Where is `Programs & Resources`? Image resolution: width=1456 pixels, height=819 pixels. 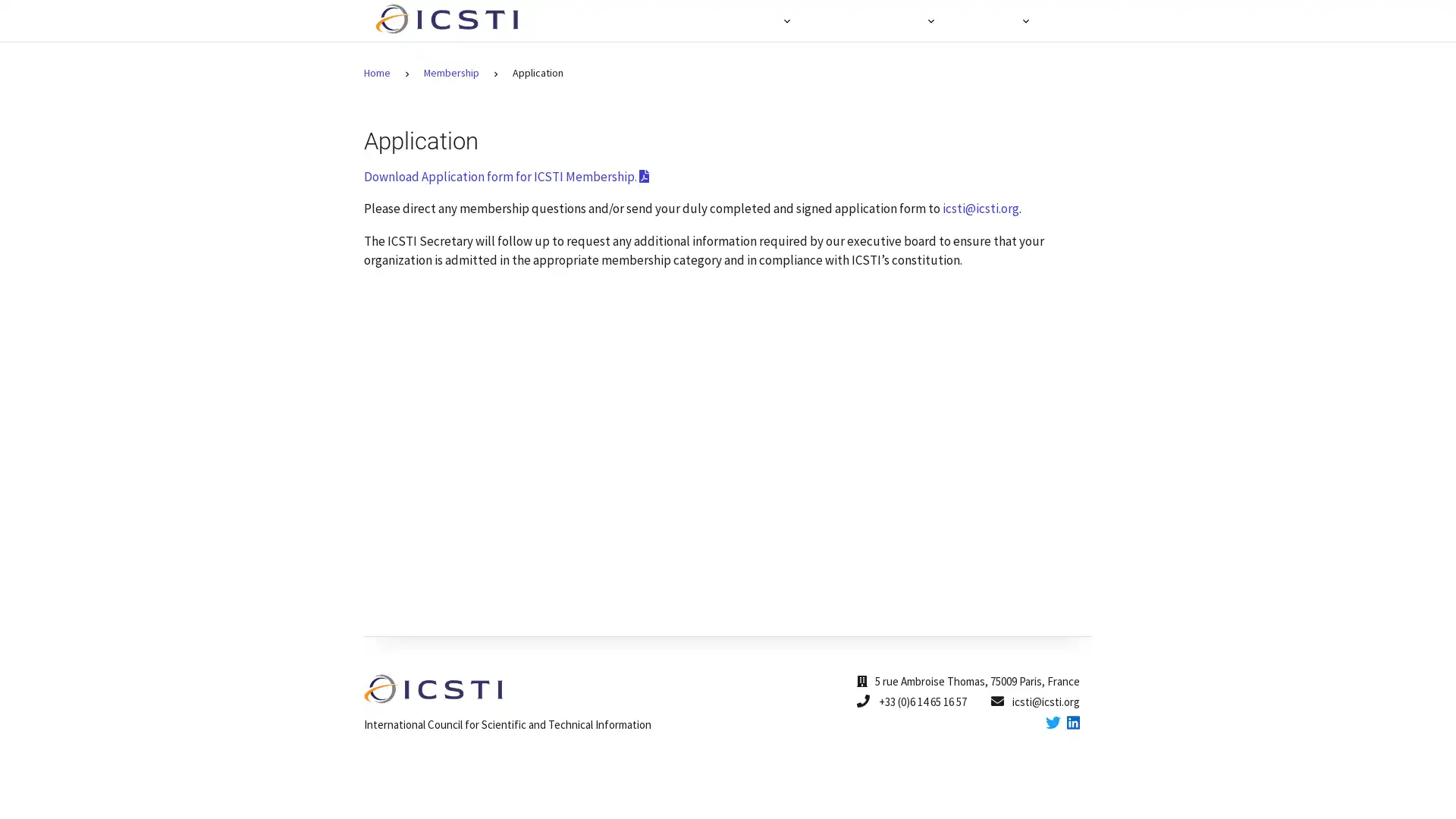
Programs & Resources is located at coordinates (867, 20).